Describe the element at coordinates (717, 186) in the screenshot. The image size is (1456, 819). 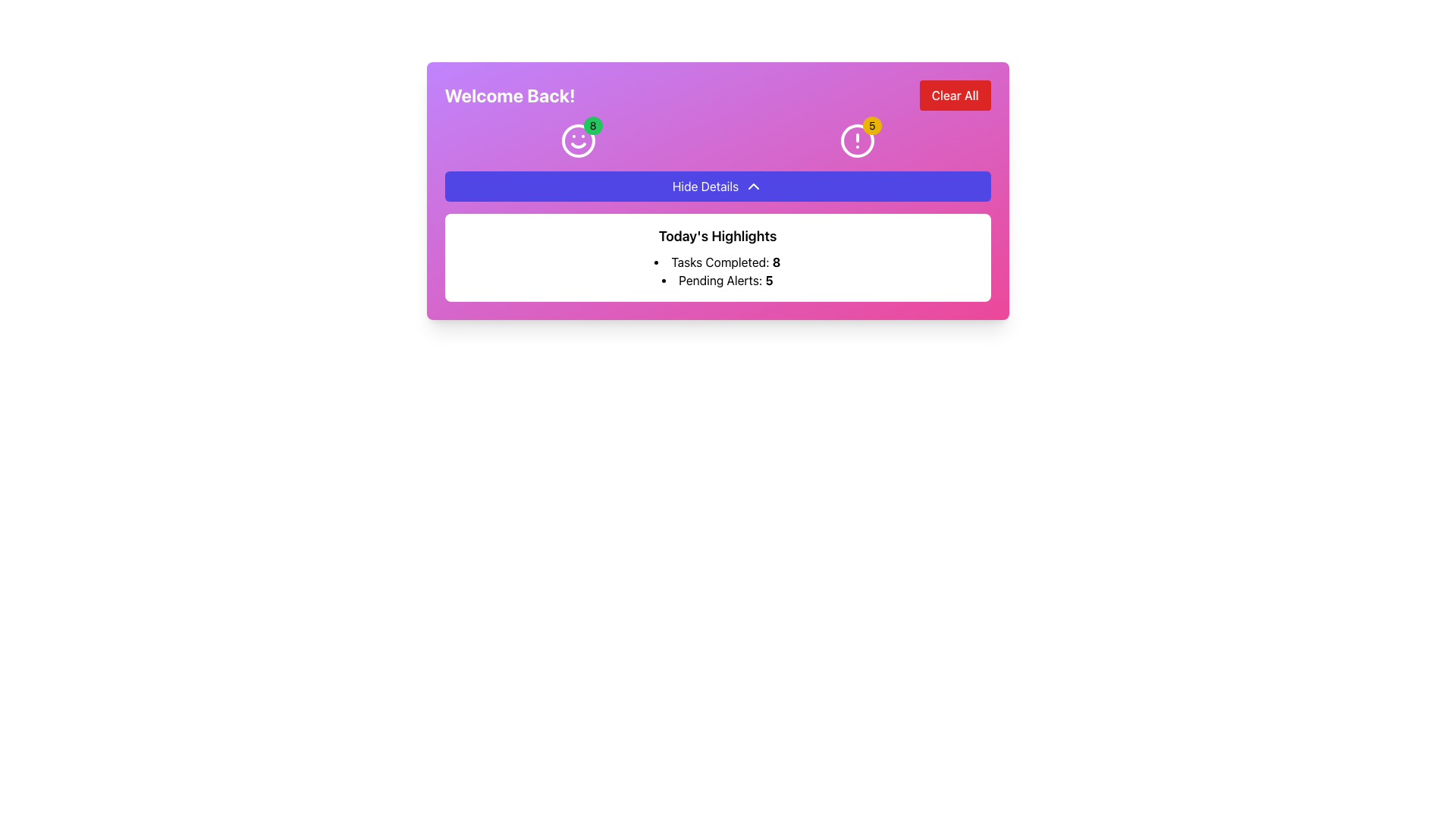
I see `the toggle button located centrally below the 'Welcome Back!' title` at that location.